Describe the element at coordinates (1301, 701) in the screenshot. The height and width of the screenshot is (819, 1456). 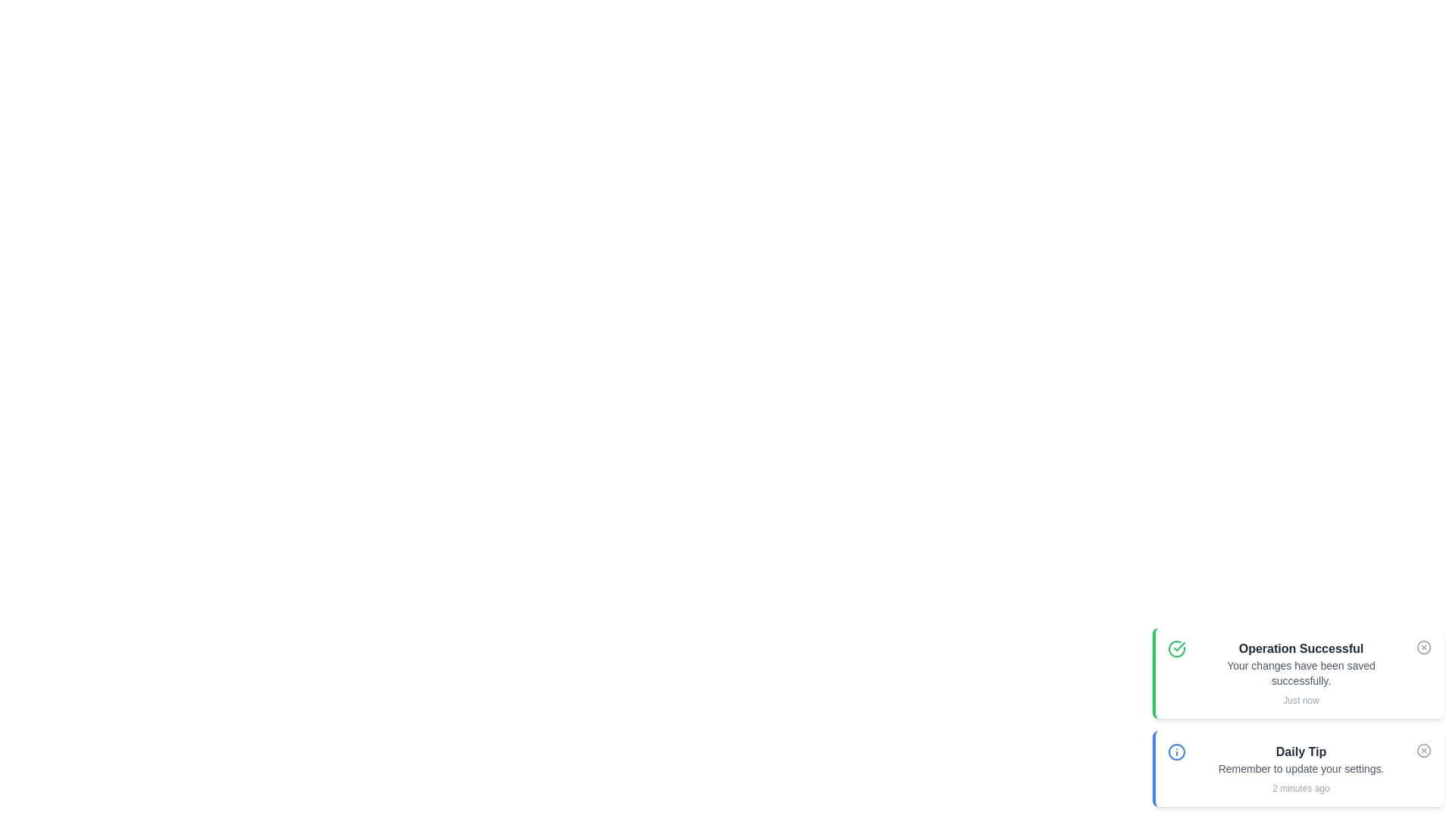
I see `the small text label displaying 'Just now' in gray color, which is located beneath the bold header 'Operation Successful' and the message 'Your changes have been saved successfully.'` at that location.